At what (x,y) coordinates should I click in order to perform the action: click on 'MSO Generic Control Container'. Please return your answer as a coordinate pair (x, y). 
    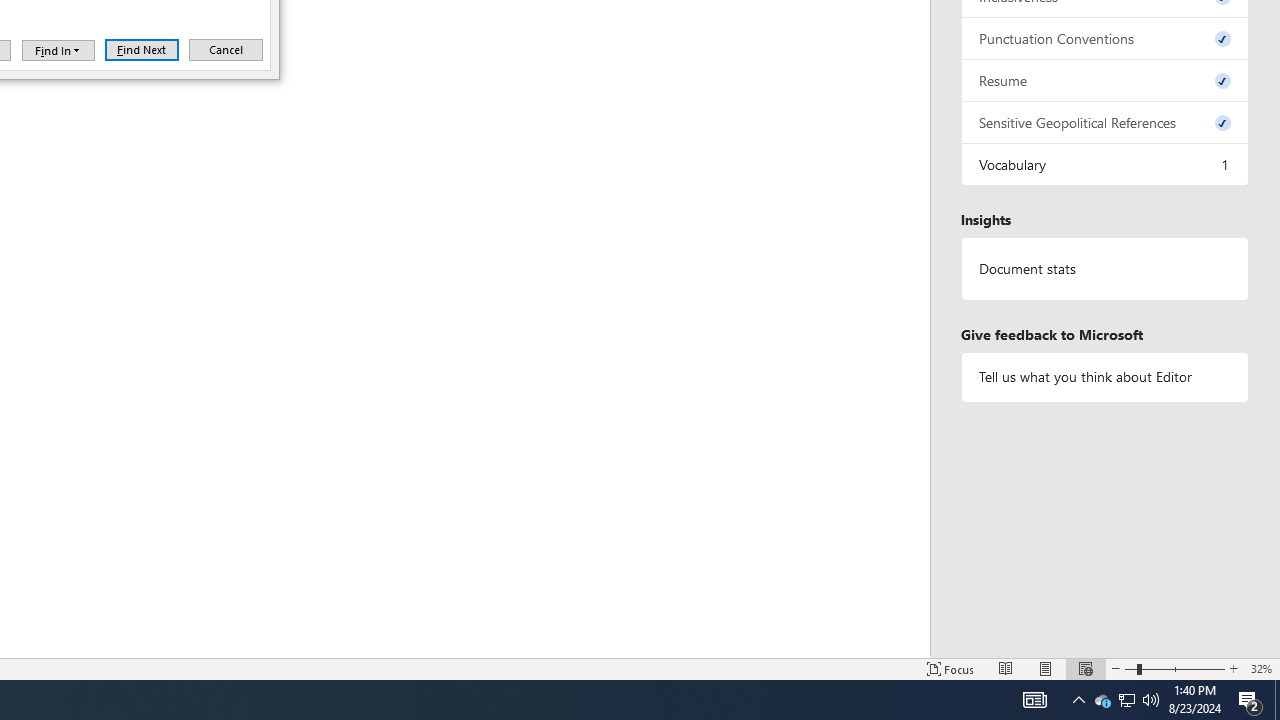
    Looking at the image, I should click on (1127, 698).